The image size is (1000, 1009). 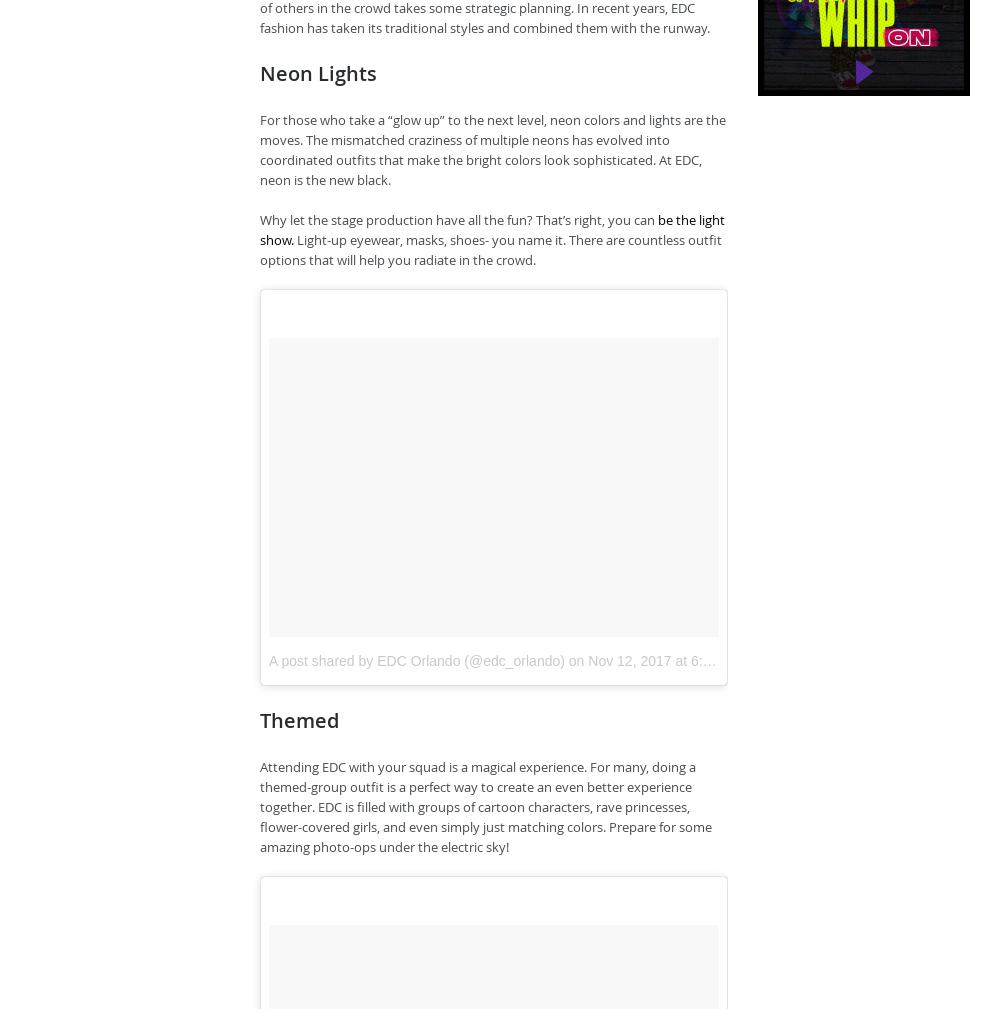 I want to click on 'A post shared by EDC Orlando (@edc_orlando)', so click(x=416, y=659).